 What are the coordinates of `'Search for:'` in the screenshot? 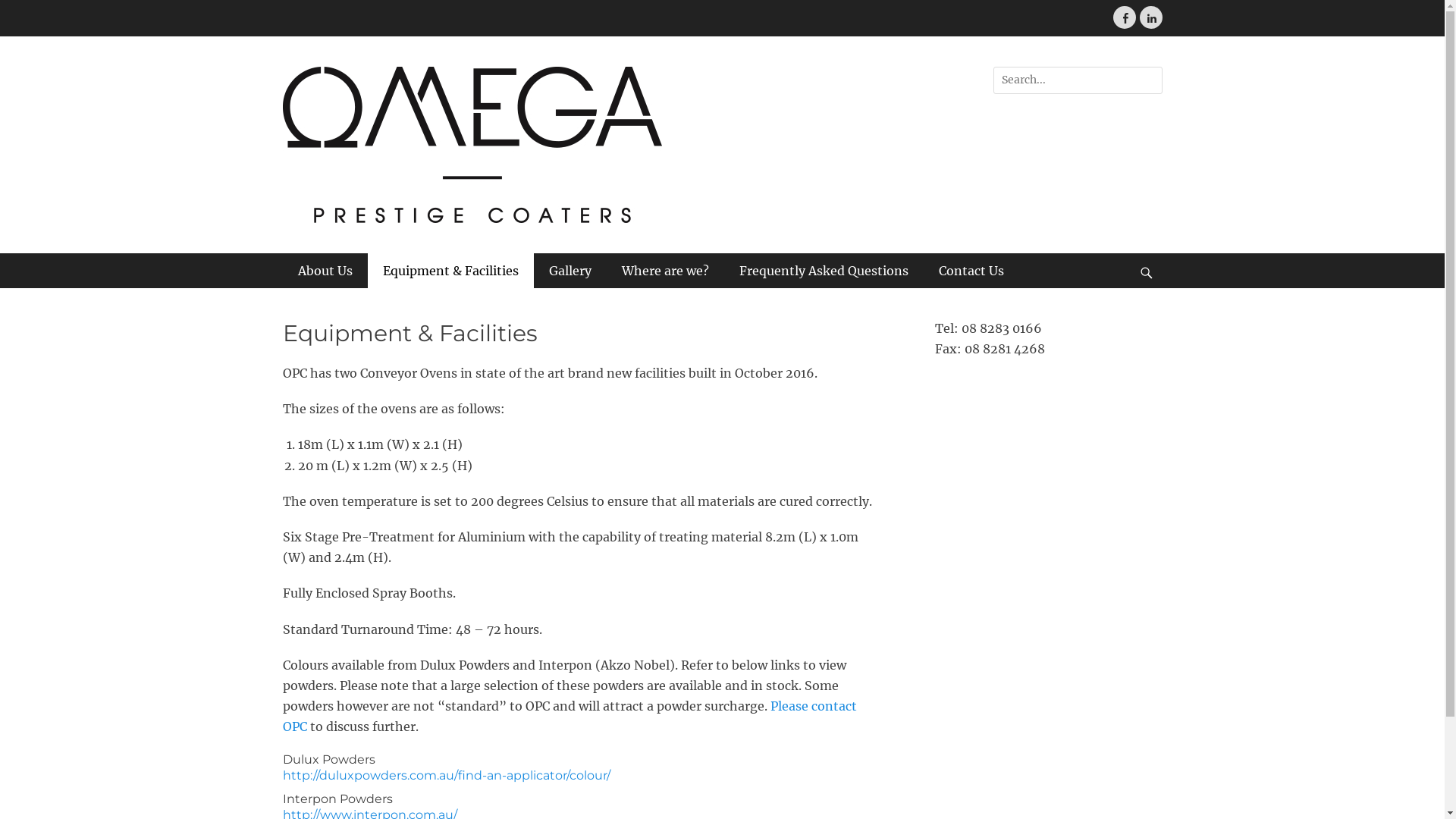 It's located at (1077, 80).